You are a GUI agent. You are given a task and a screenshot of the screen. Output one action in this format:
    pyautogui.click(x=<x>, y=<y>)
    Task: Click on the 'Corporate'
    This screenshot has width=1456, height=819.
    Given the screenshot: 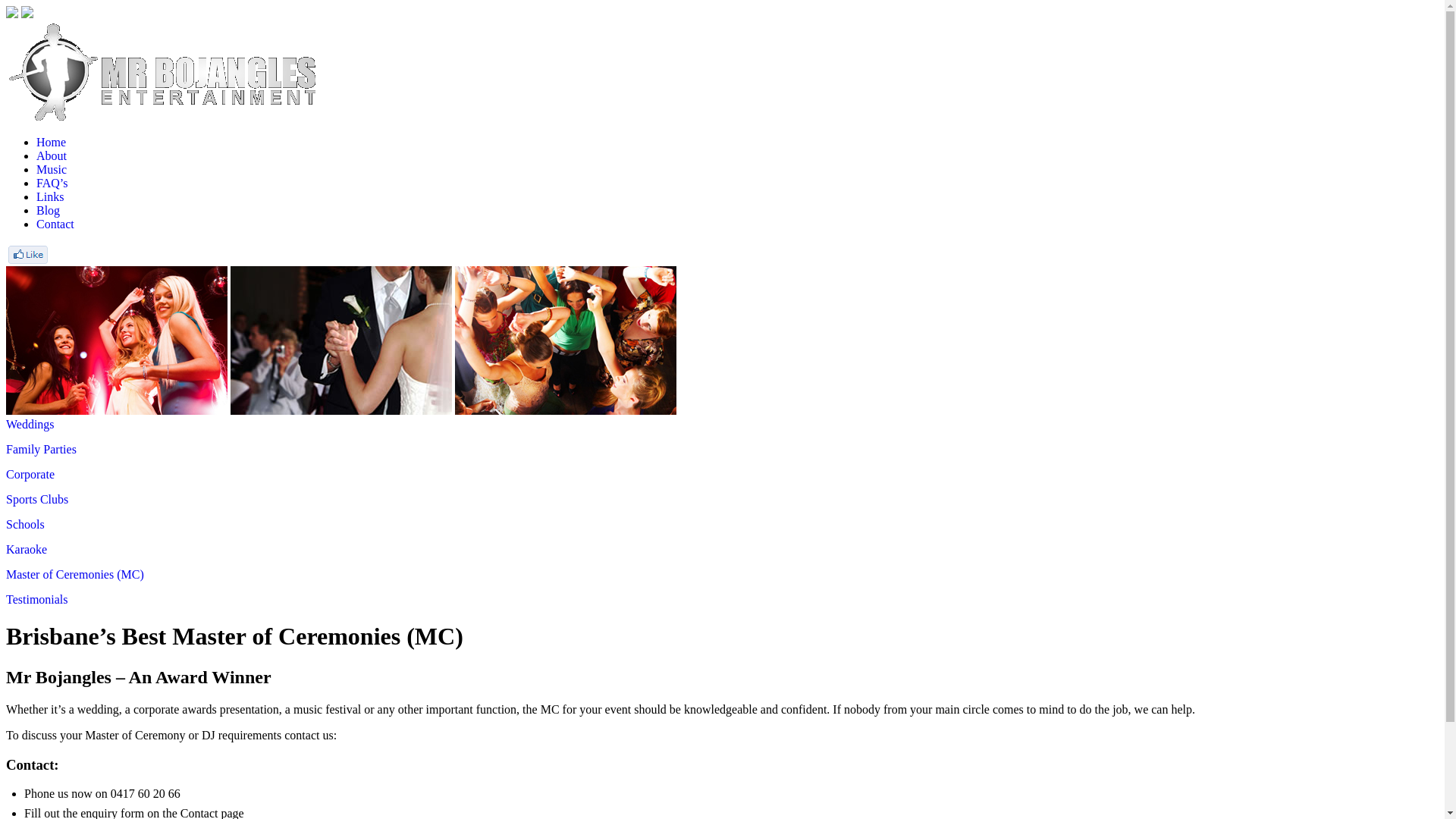 What is the action you would take?
    pyautogui.click(x=6, y=473)
    